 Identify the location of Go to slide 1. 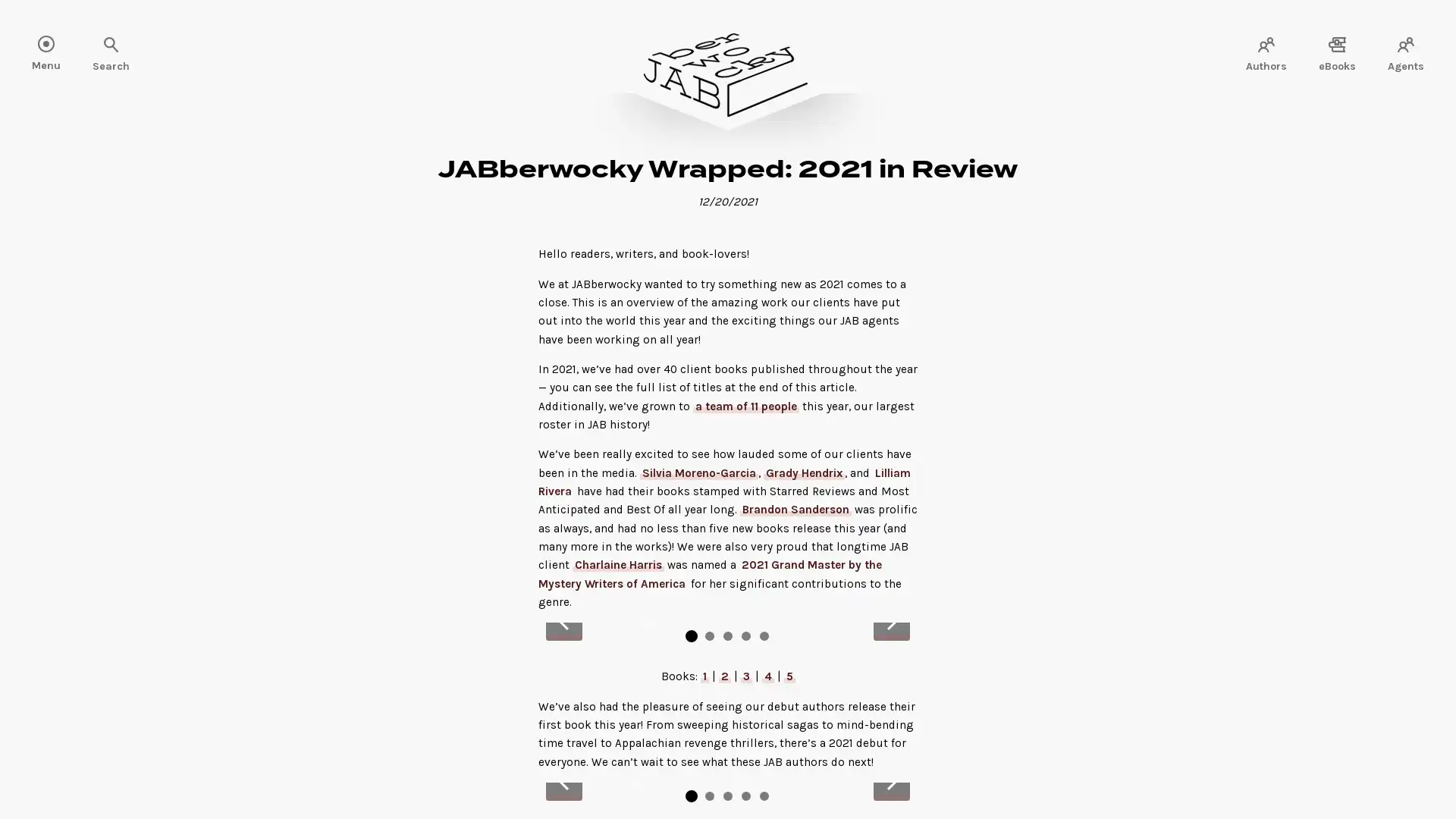
(691, 636).